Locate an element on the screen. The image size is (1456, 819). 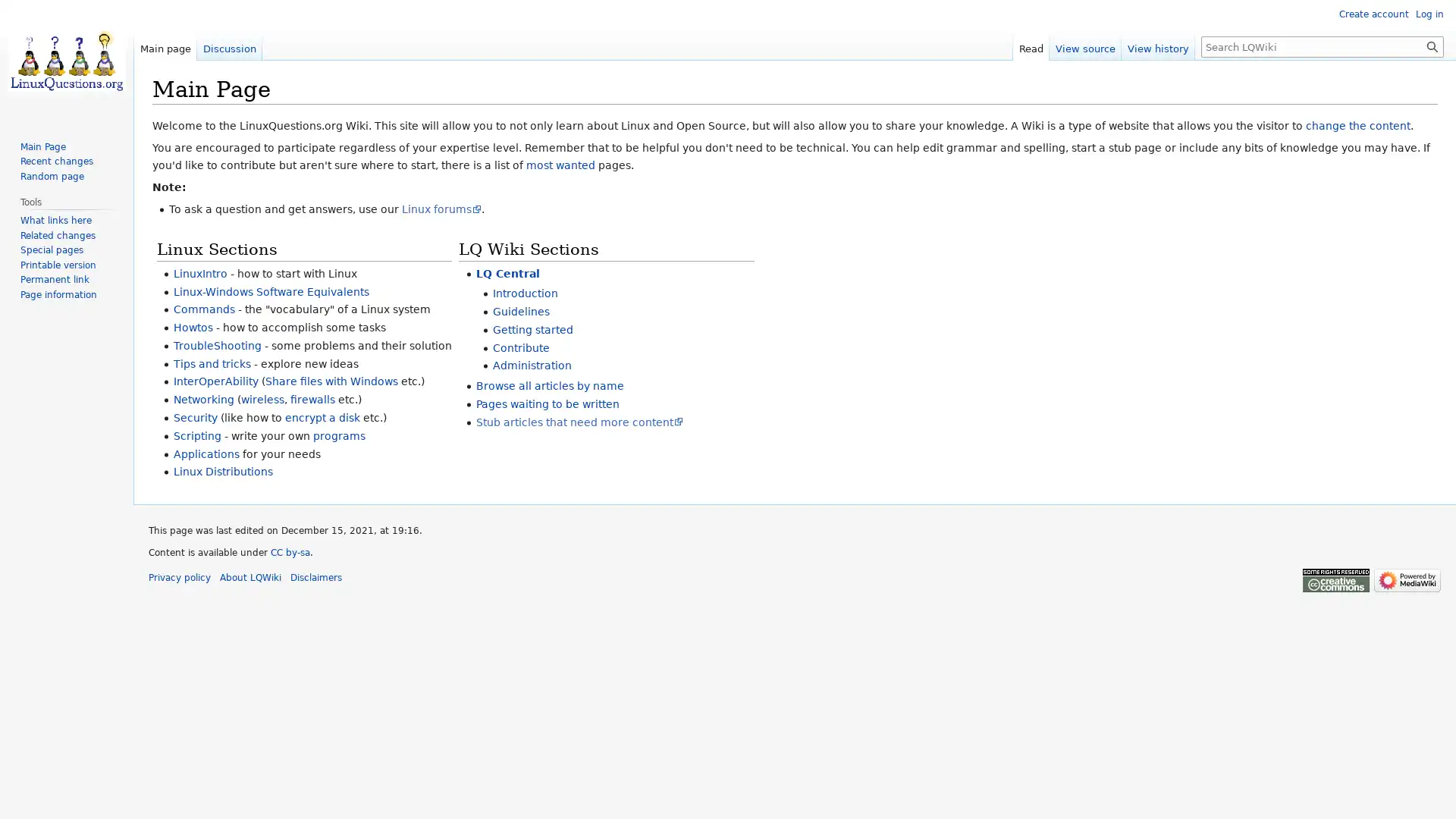
Search is located at coordinates (1432, 45).